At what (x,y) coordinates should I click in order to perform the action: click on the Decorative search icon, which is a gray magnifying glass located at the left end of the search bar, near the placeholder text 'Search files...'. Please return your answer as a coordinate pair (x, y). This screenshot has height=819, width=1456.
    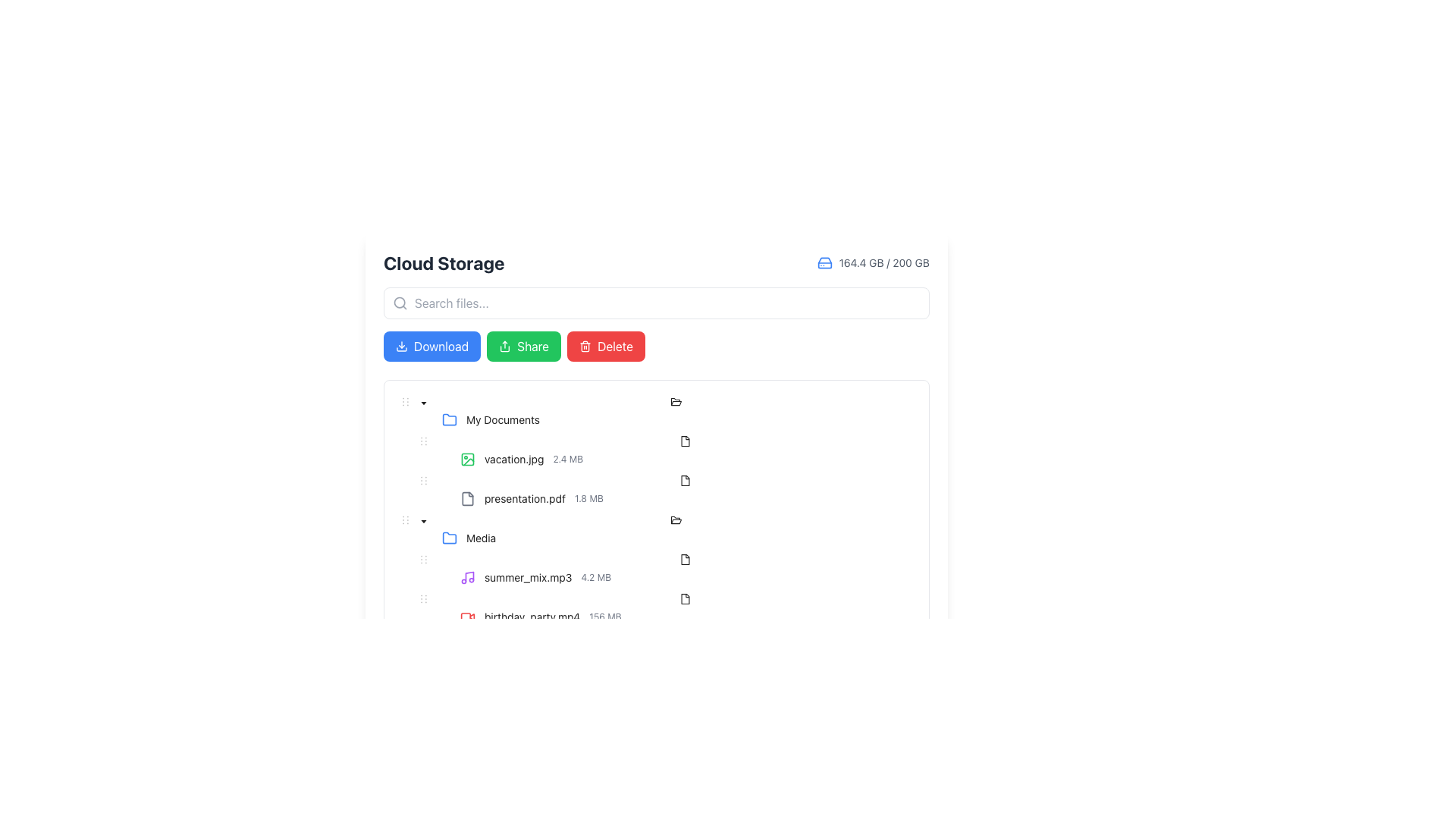
    Looking at the image, I should click on (400, 303).